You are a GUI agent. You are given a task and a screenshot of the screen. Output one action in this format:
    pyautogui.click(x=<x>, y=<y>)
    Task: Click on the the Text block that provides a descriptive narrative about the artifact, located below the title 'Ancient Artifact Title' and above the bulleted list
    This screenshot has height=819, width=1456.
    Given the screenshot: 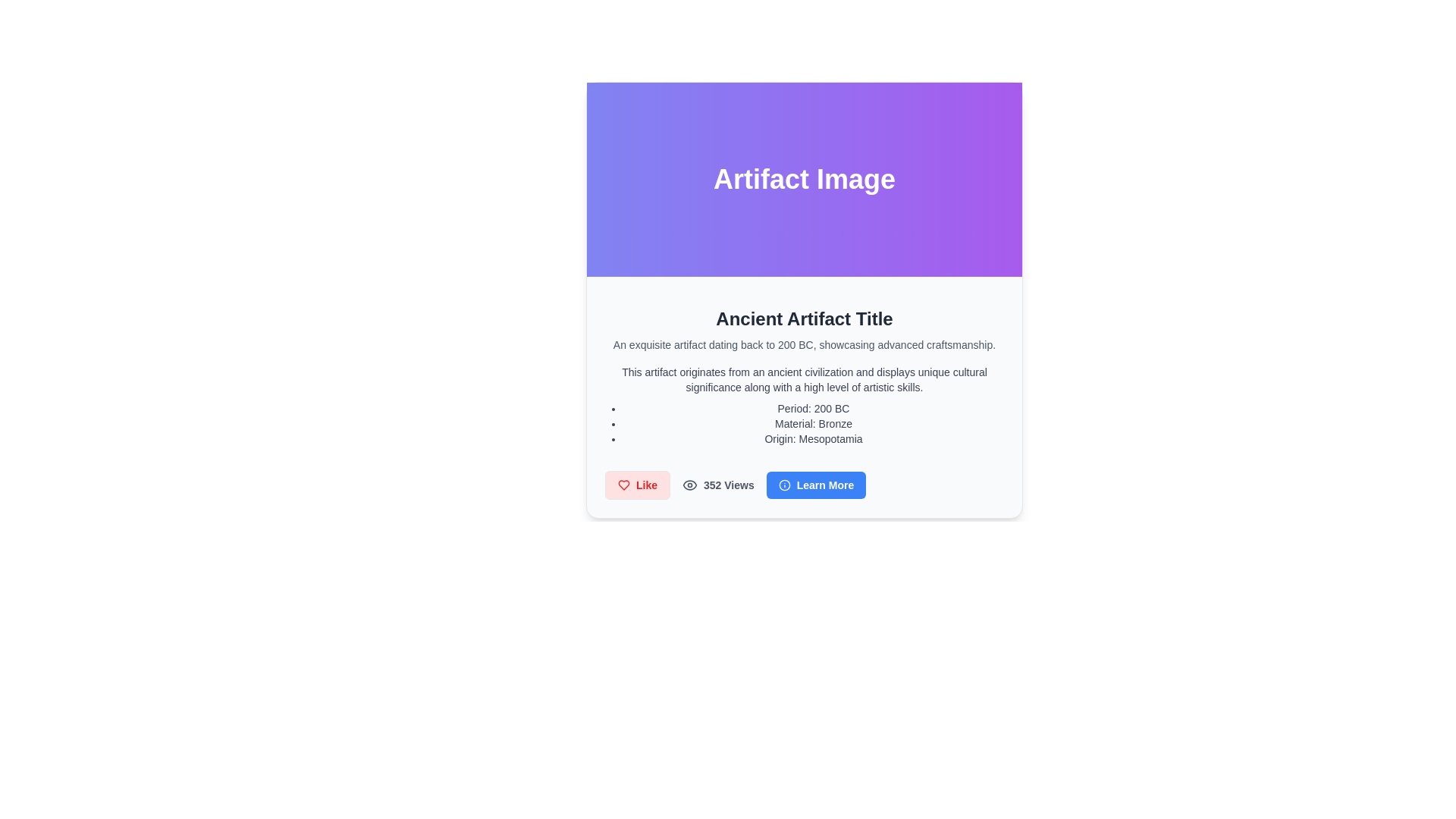 What is the action you would take?
    pyautogui.click(x=803, y=379)
    